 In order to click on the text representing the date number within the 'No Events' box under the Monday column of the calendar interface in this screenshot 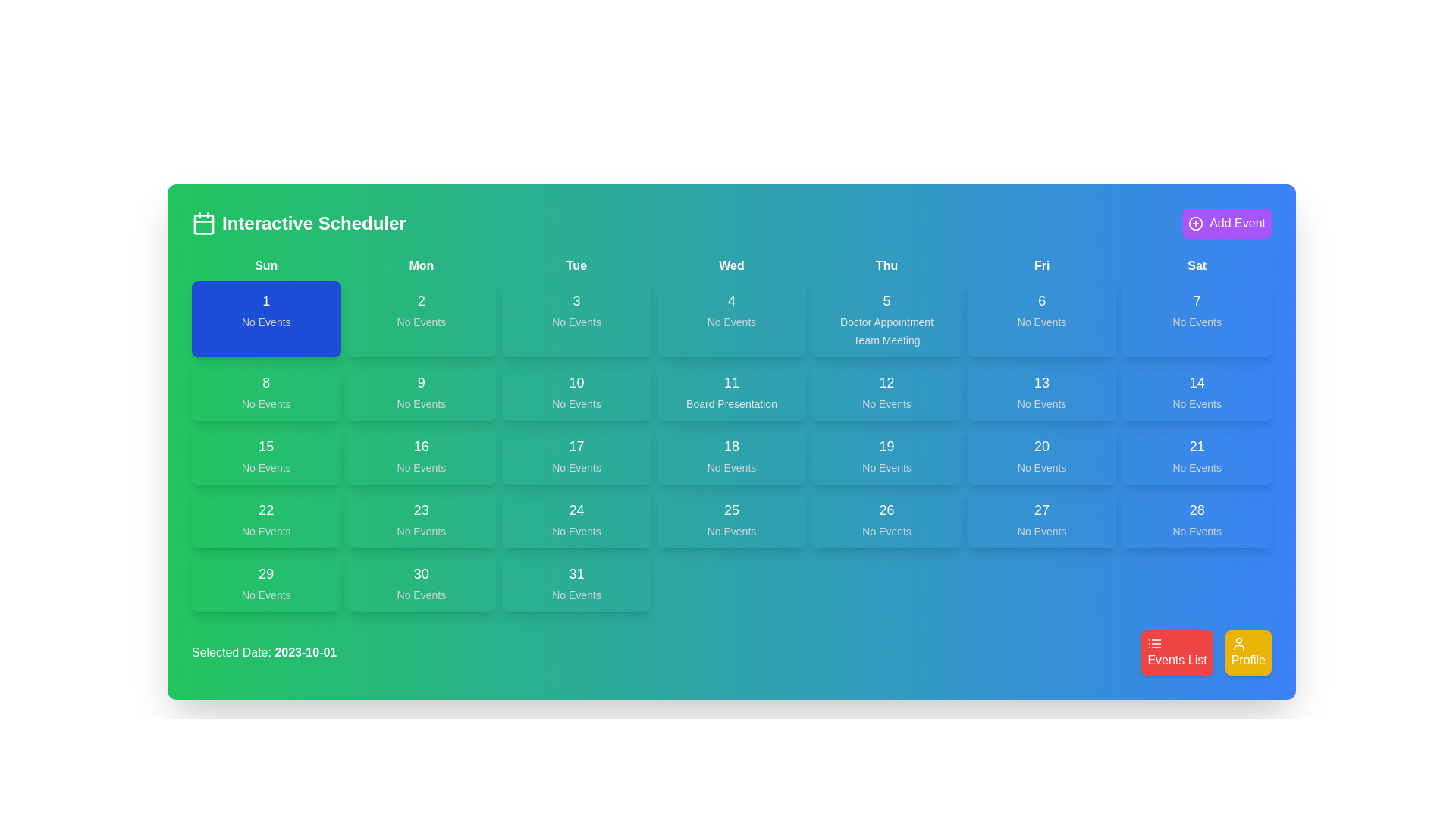, I will do `click(421, 301)`.